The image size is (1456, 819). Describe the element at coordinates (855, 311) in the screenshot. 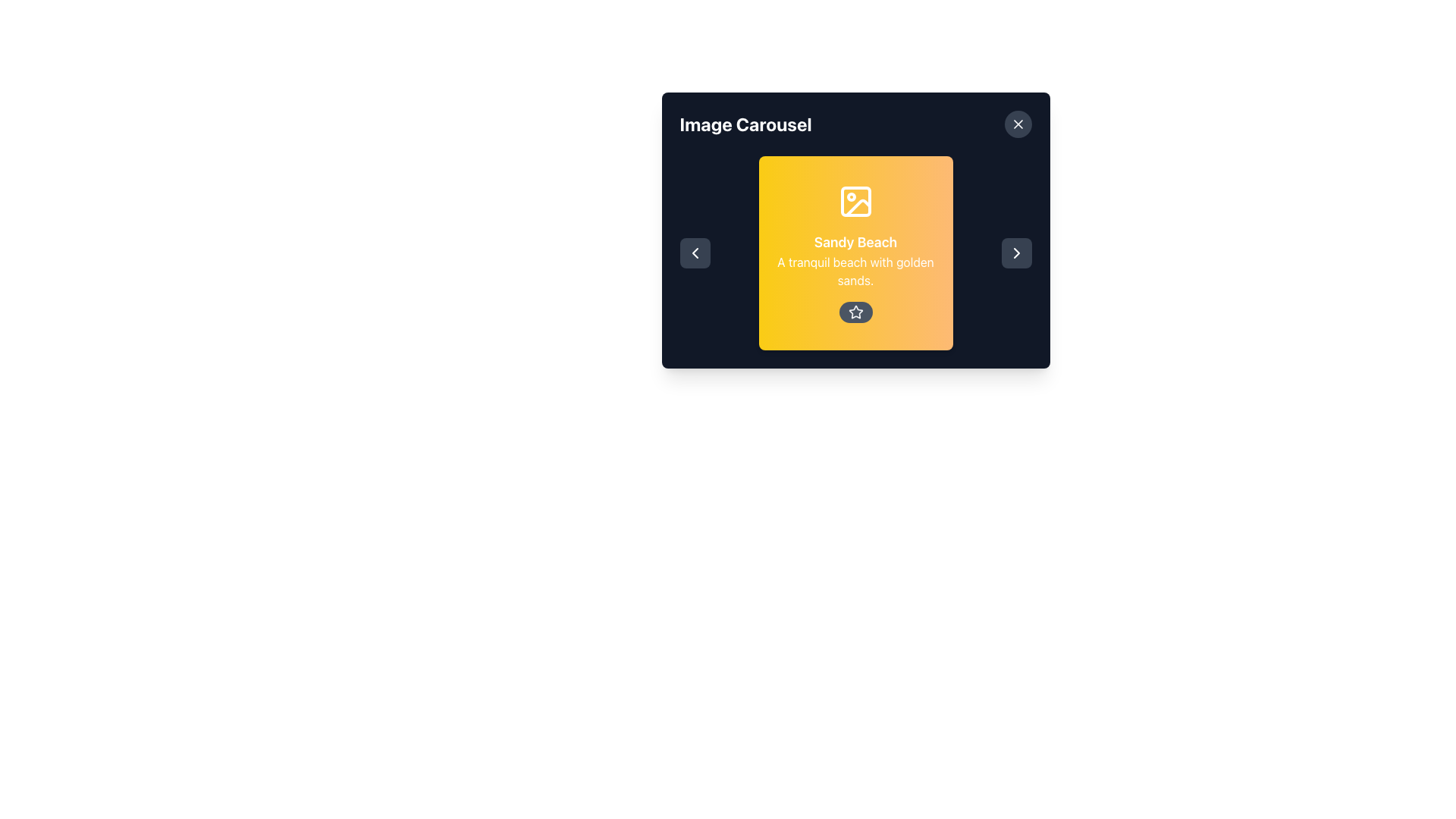

I see `the gray star-shaped icon located beneath the 'Sandy Beach' text in the carousel to interact with it` at that location.